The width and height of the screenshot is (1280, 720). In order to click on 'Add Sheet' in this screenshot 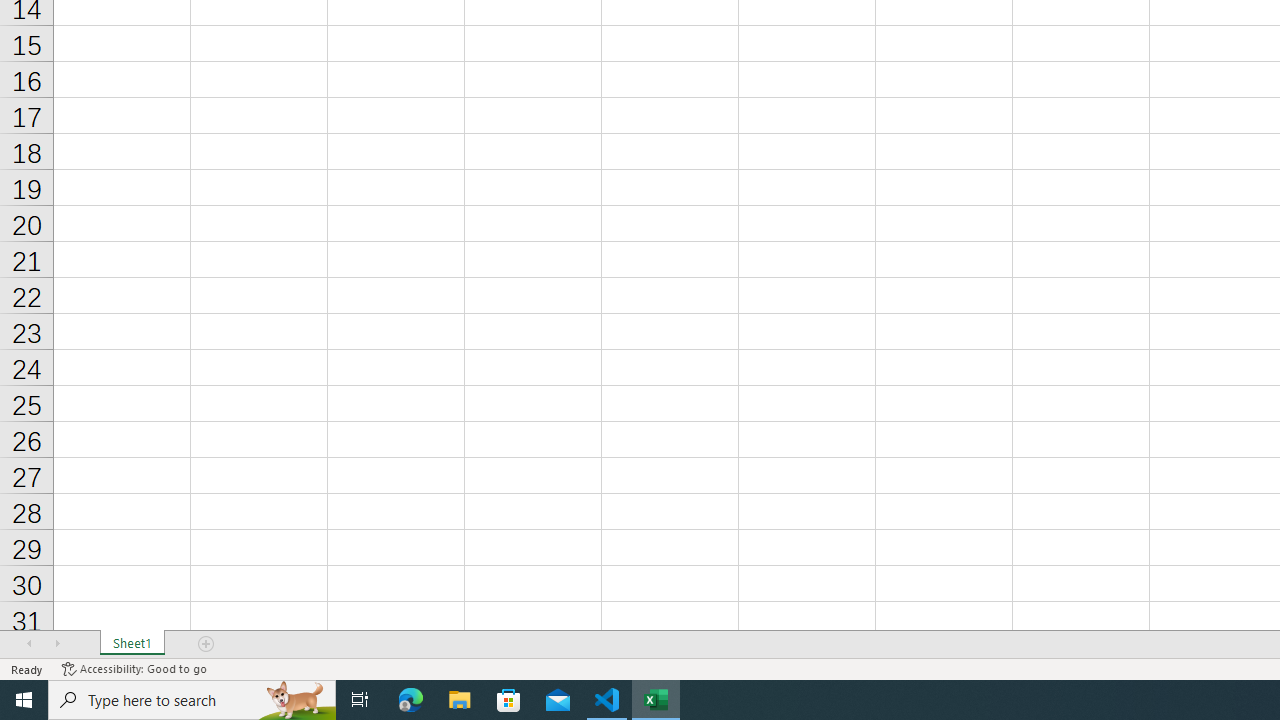, I will do `click(207, 644)`.